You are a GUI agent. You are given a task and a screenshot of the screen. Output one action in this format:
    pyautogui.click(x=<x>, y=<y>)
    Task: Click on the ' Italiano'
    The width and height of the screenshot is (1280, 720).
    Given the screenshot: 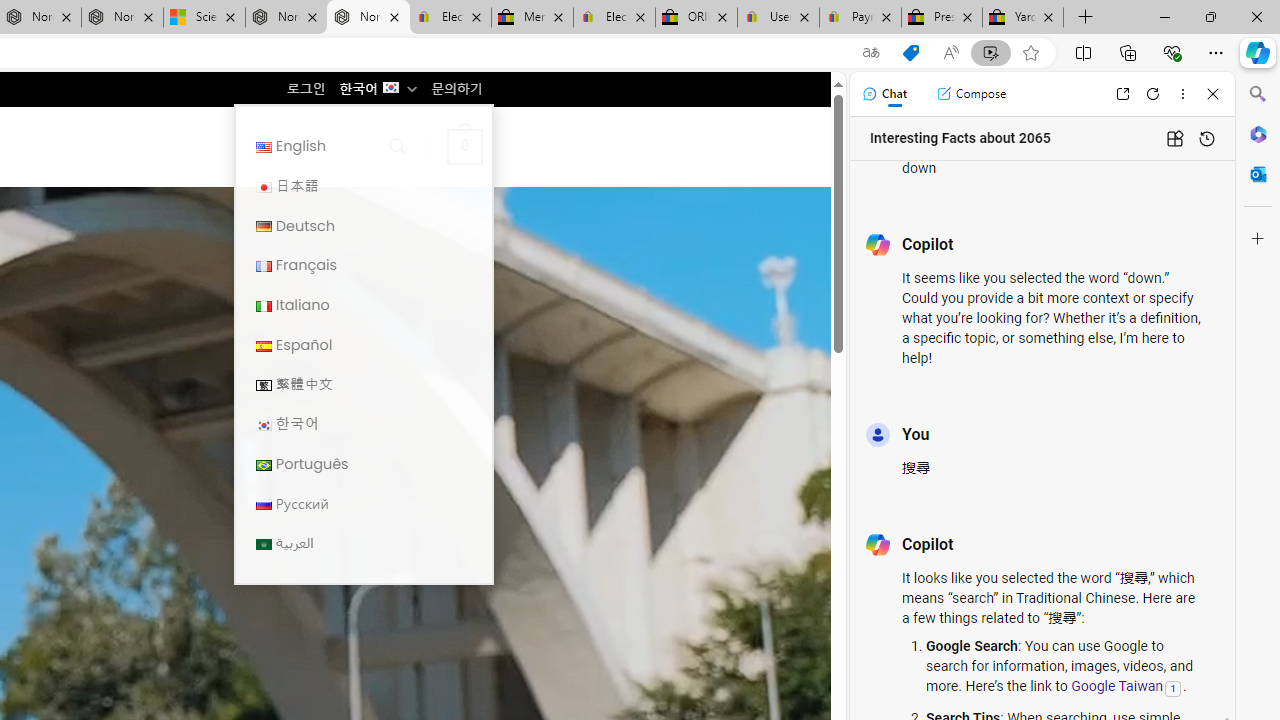 What is the action you would take?
    pyautogui.click(x=363, y=304)
    